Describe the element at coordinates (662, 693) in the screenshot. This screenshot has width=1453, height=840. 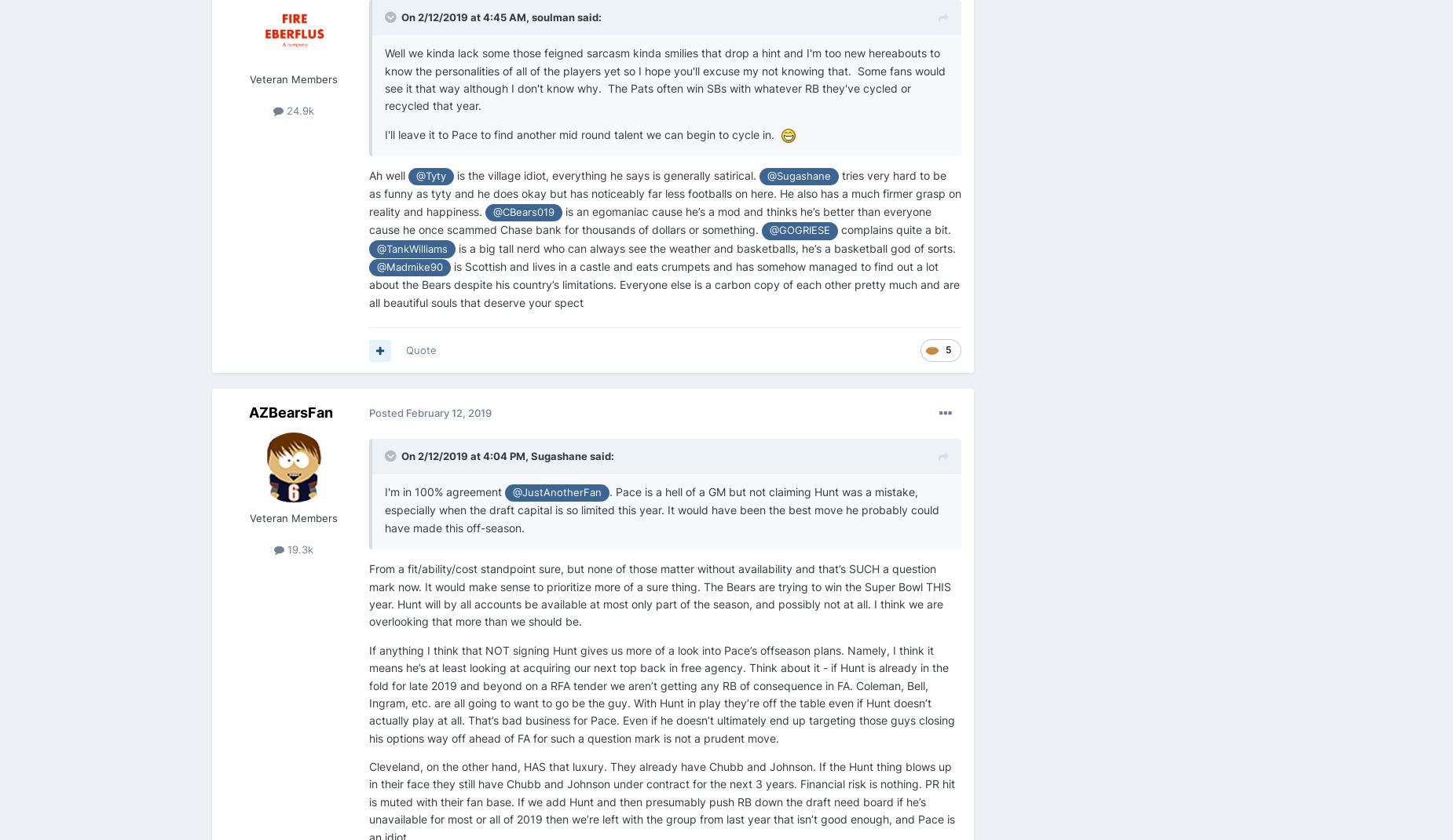
I see `'If anything I think that NOT signing Hunt gives us more of a look into Pace’s offseason plans. Namely, I think it means he’s at least looking at acquiring our next top back in free agency. Think about it - if Hunt is already in the fold for late 2019 and beyond on a RFA tender we aren’t getting any RB of consequence in FA. Coleman, Bell, Ingram, etc. are all going to want to go be the guy. With Hunt in play they’re off the table even if Hunt doesn’t actually play at all. That’s bad business for Pace. Even if he doesn’t ultimately end up targeting those guys closing his options way off ahead of FA for such a question mark is not a prudent move.'` at that location.